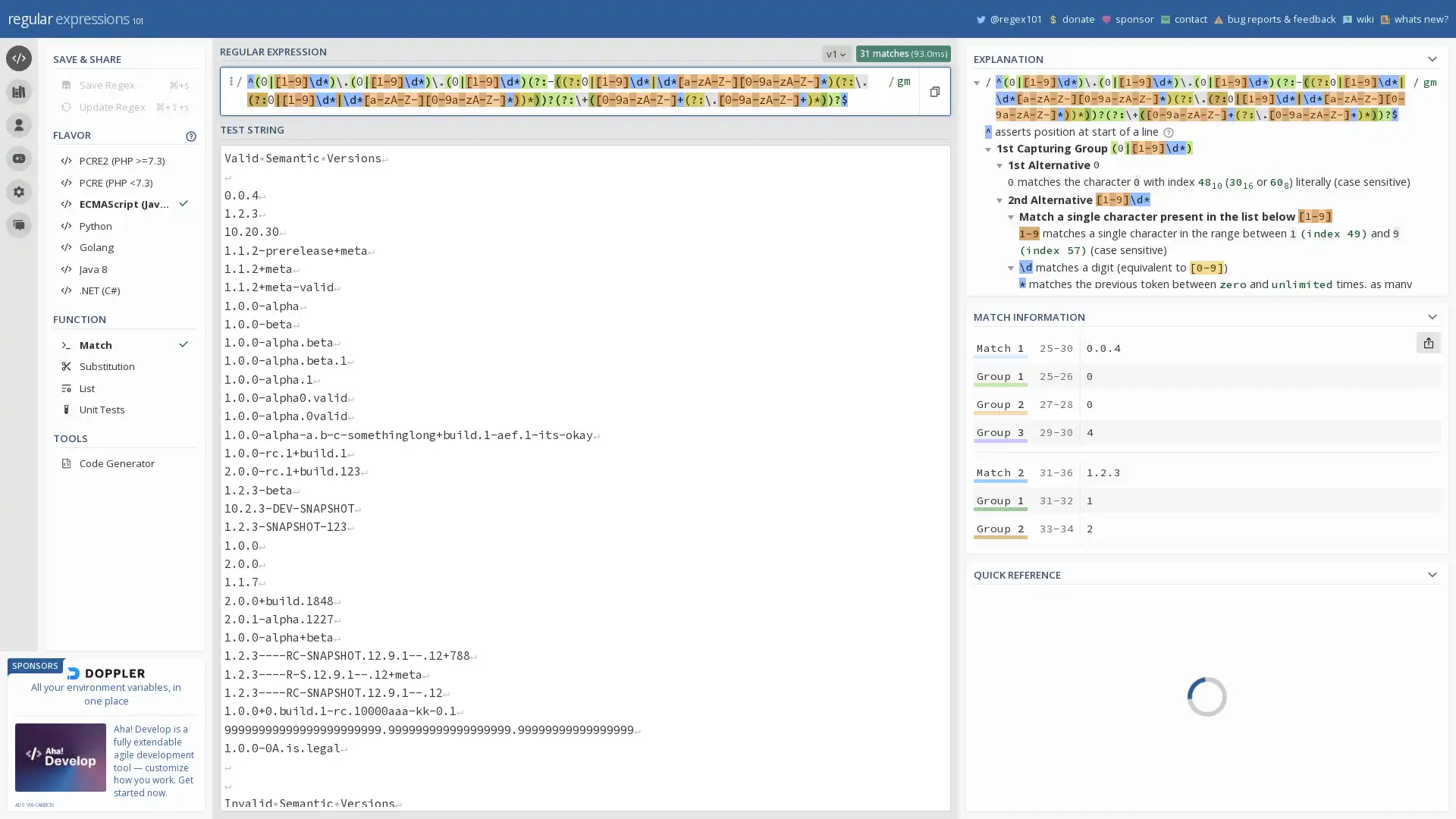  What do you see at coordinates (124, 246) in the screenshot?
I see `Golang` at bounding box center [124, 246].